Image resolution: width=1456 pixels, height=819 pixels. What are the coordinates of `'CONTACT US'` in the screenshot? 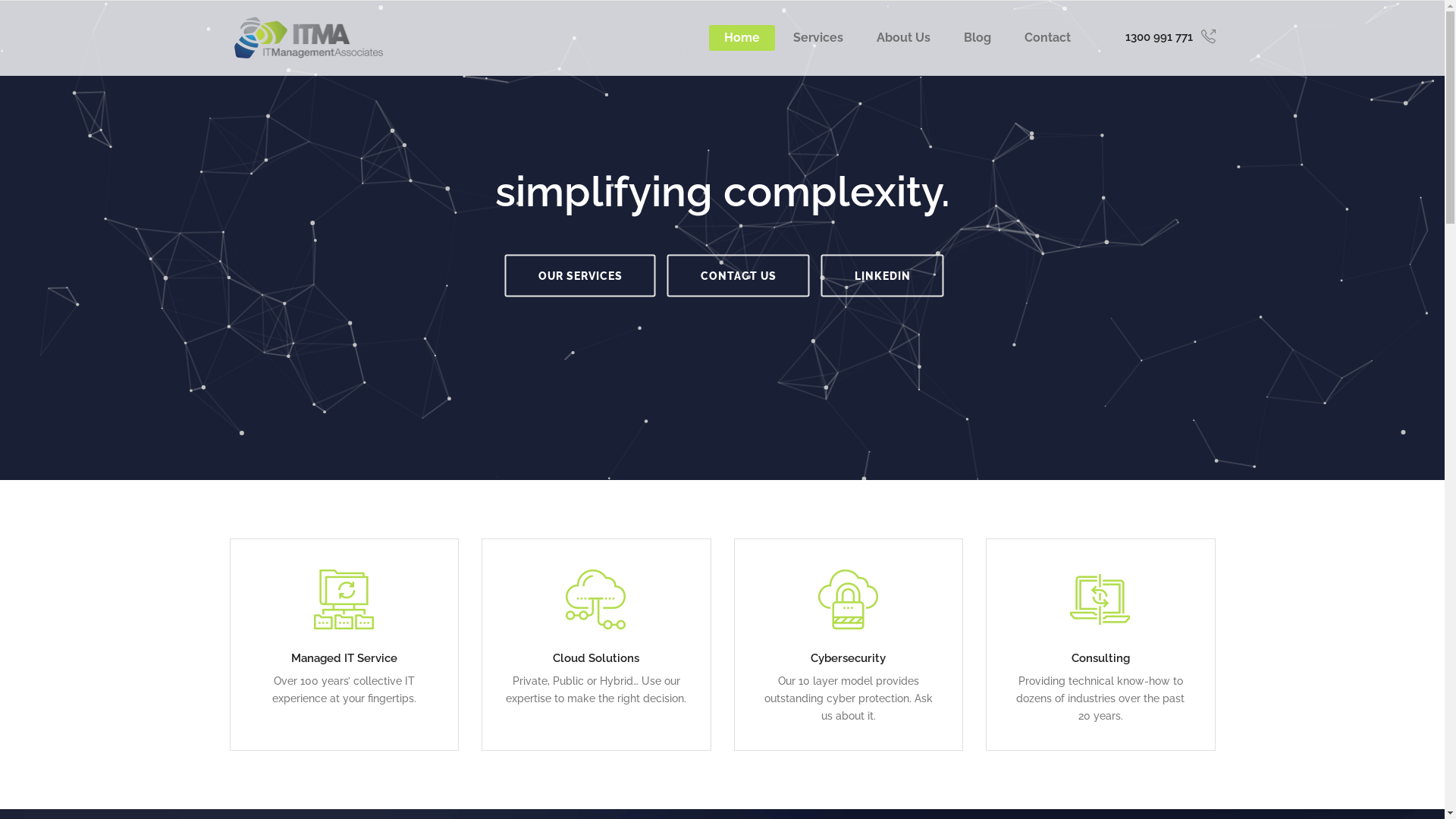 It's located at (739, 275).